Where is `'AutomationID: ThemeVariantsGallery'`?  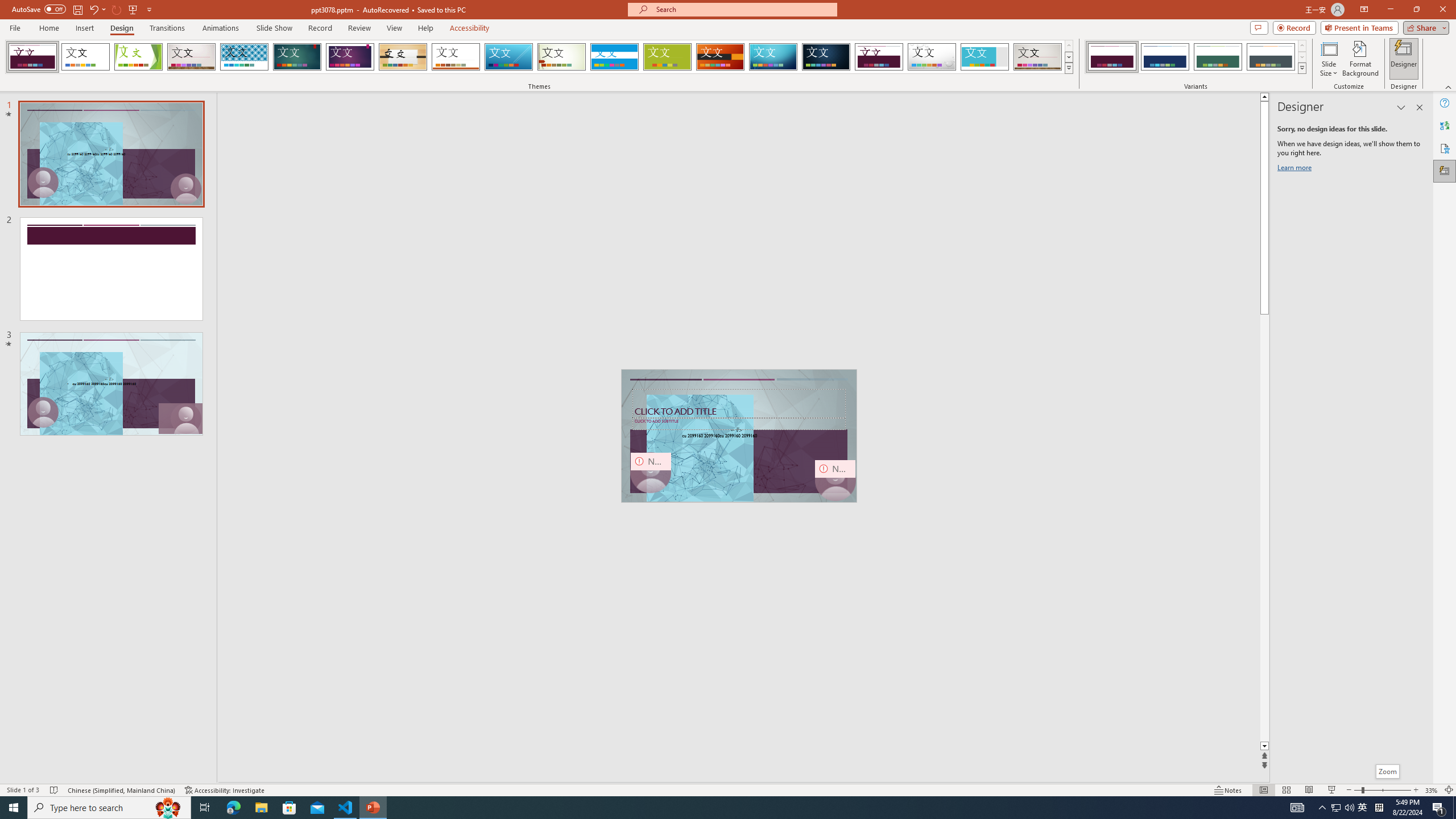 'AutomationID: ThemeVariantsGallery' is located at coordinates (1196, 56).